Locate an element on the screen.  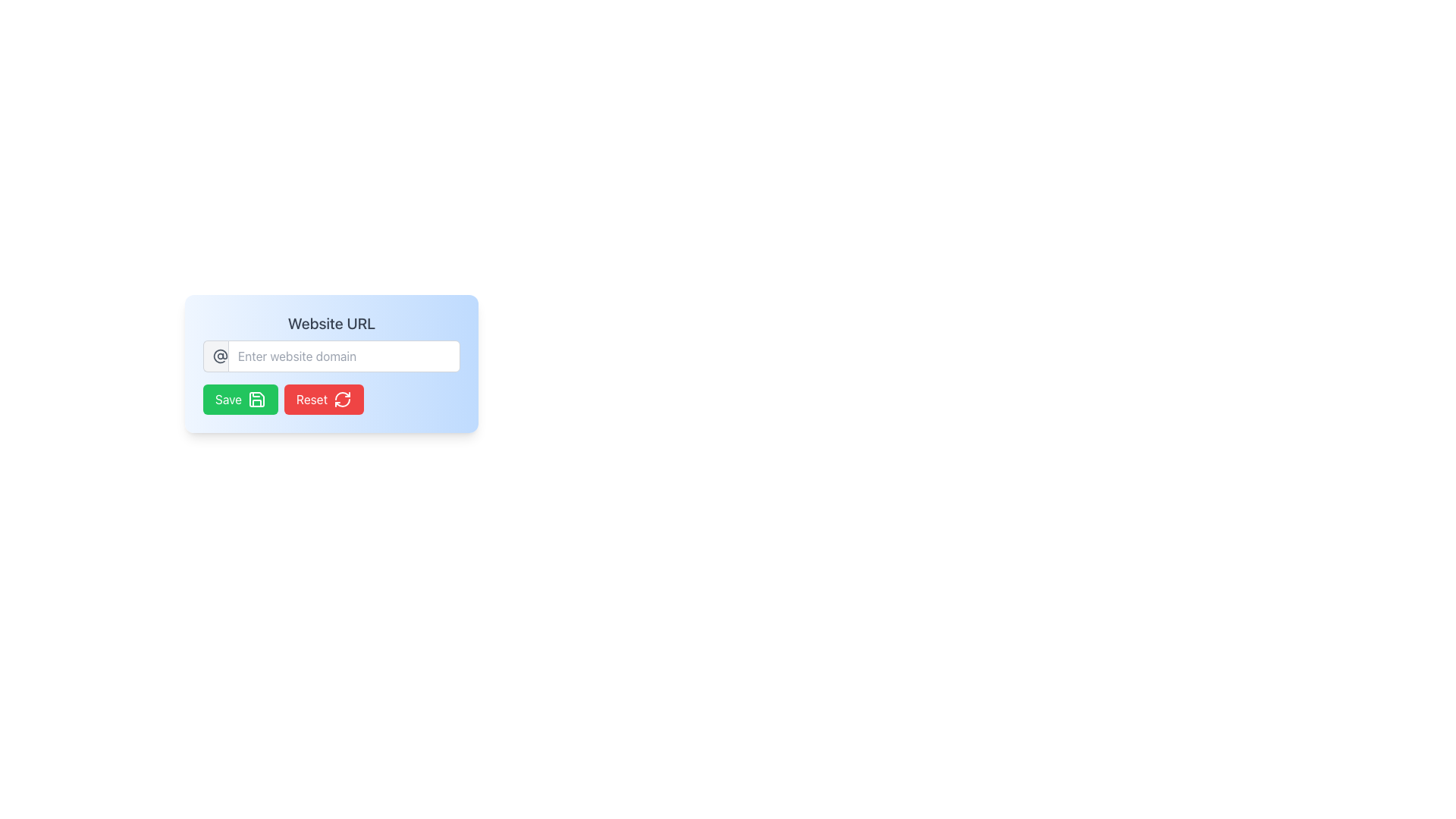
the 'Reset' button in the Horizontal Button Group located at the bottom of the 'Website URL' card component, underneath the input box for entering a website domain is located at coordinates (331, 399).